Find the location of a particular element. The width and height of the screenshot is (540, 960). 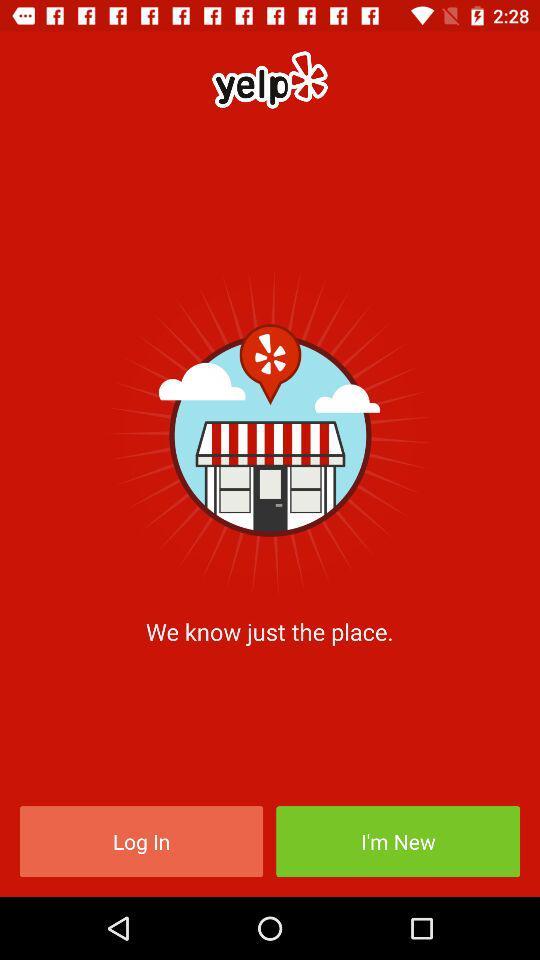

log in is located at coordinates (140, 840).